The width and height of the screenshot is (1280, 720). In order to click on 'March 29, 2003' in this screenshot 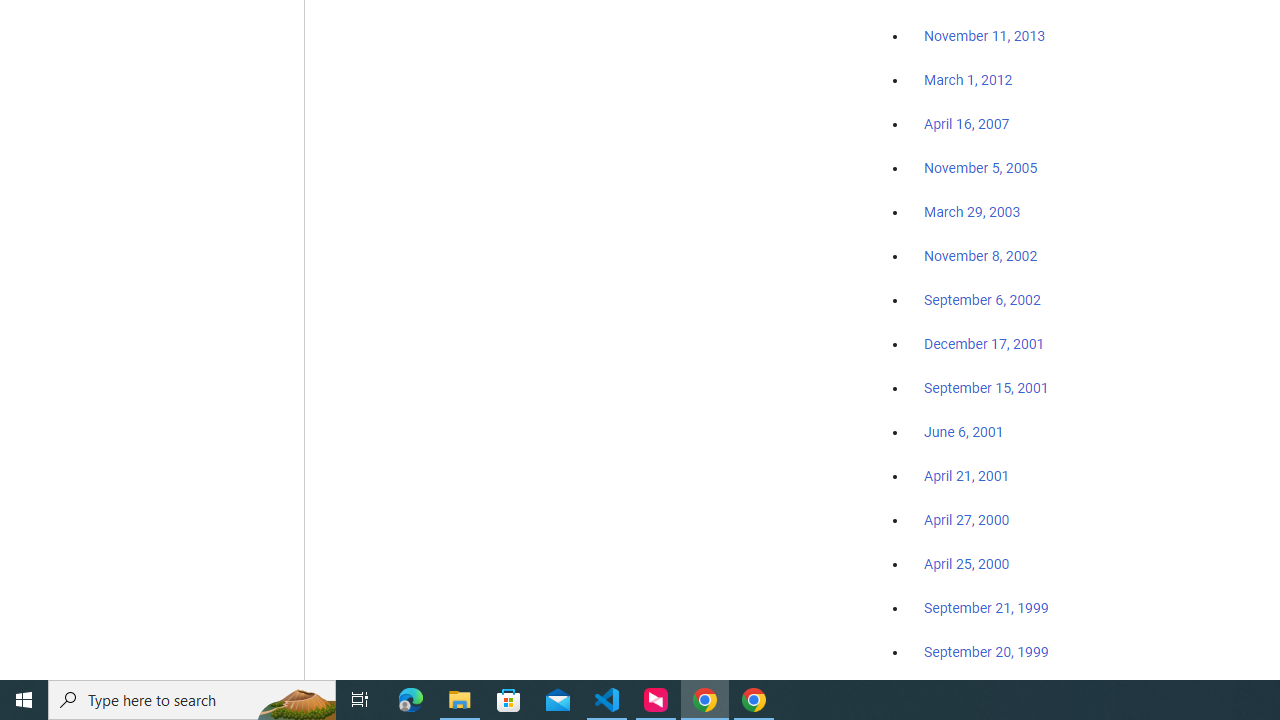, I will do `click(972, 212)`.